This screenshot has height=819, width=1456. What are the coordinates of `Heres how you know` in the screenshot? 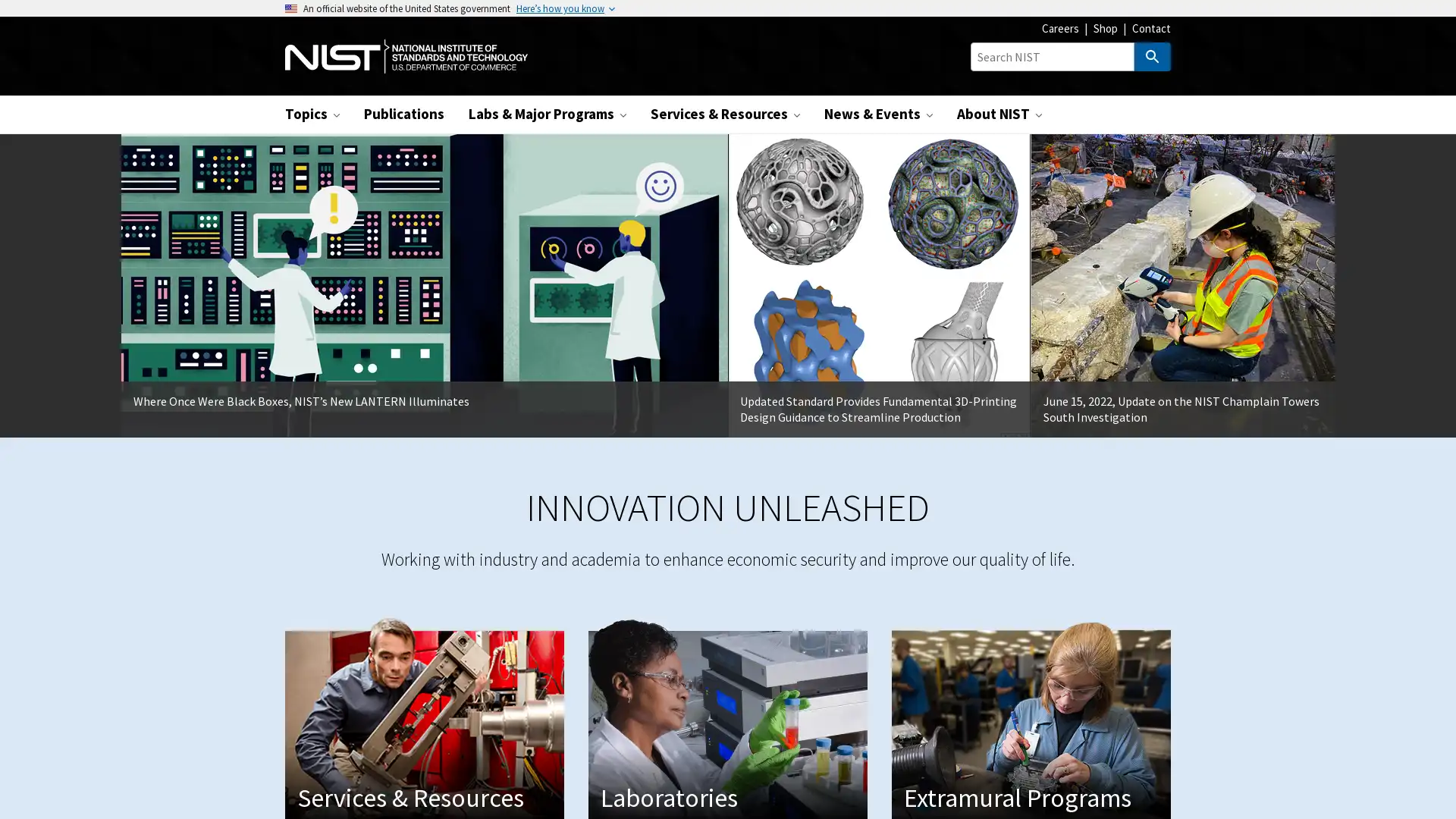 It's located at (560, 8).